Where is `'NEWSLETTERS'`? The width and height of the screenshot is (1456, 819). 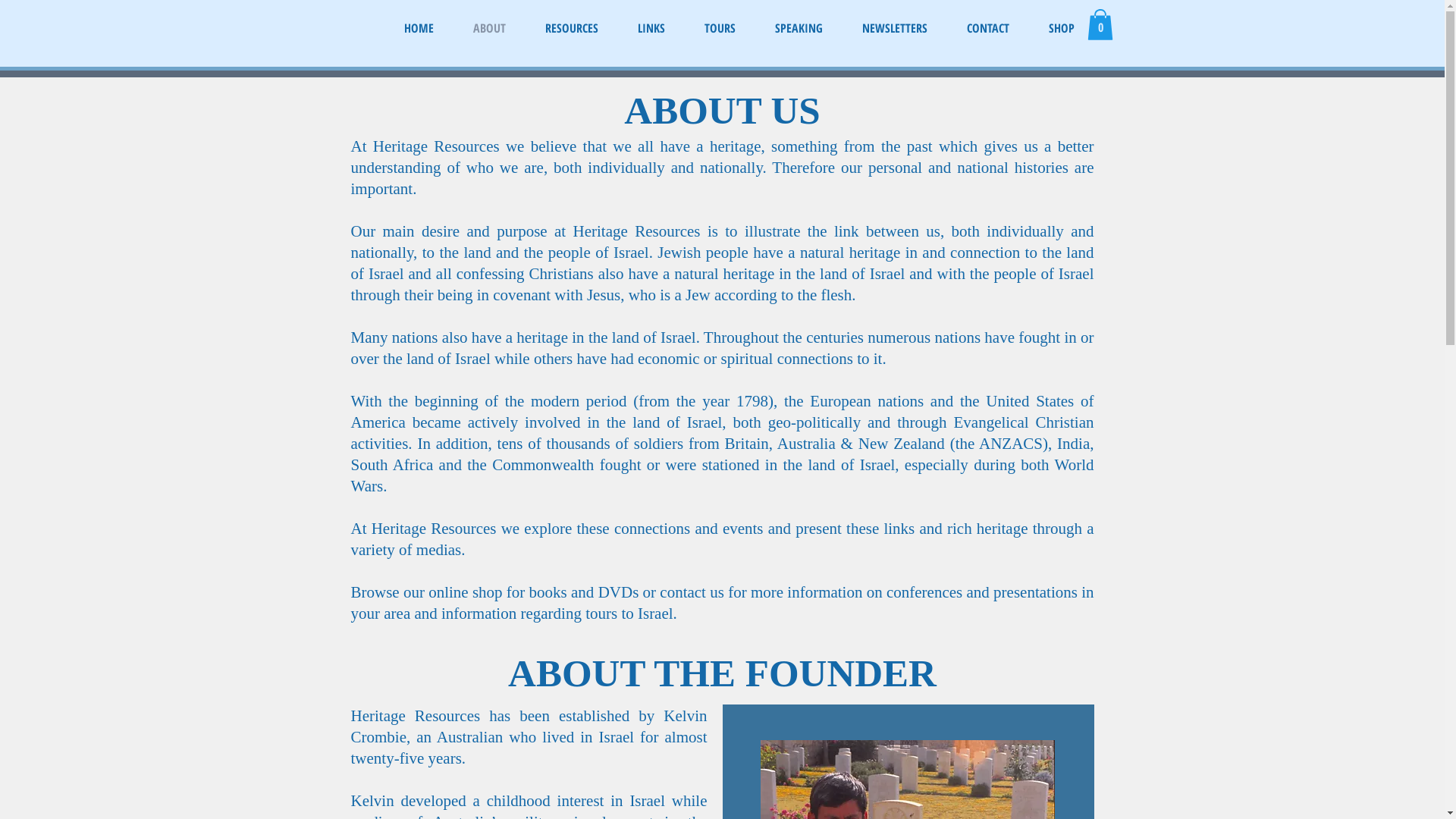 'NEWSLETTERS' is located at coordinates (840, 25).